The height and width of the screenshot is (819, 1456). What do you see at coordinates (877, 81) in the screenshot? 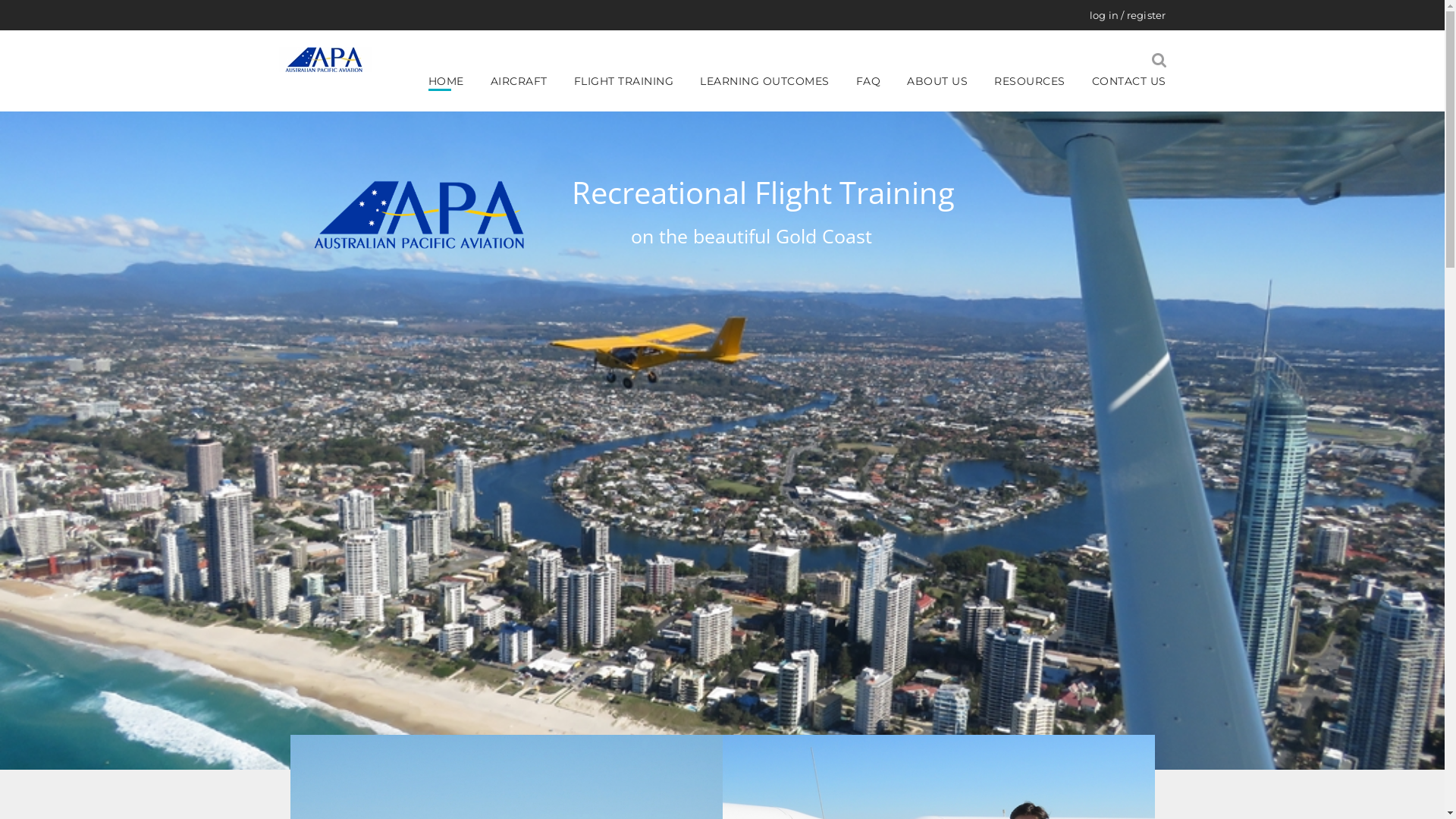
I see `'FAQ'` at bounding box center [877, 81].